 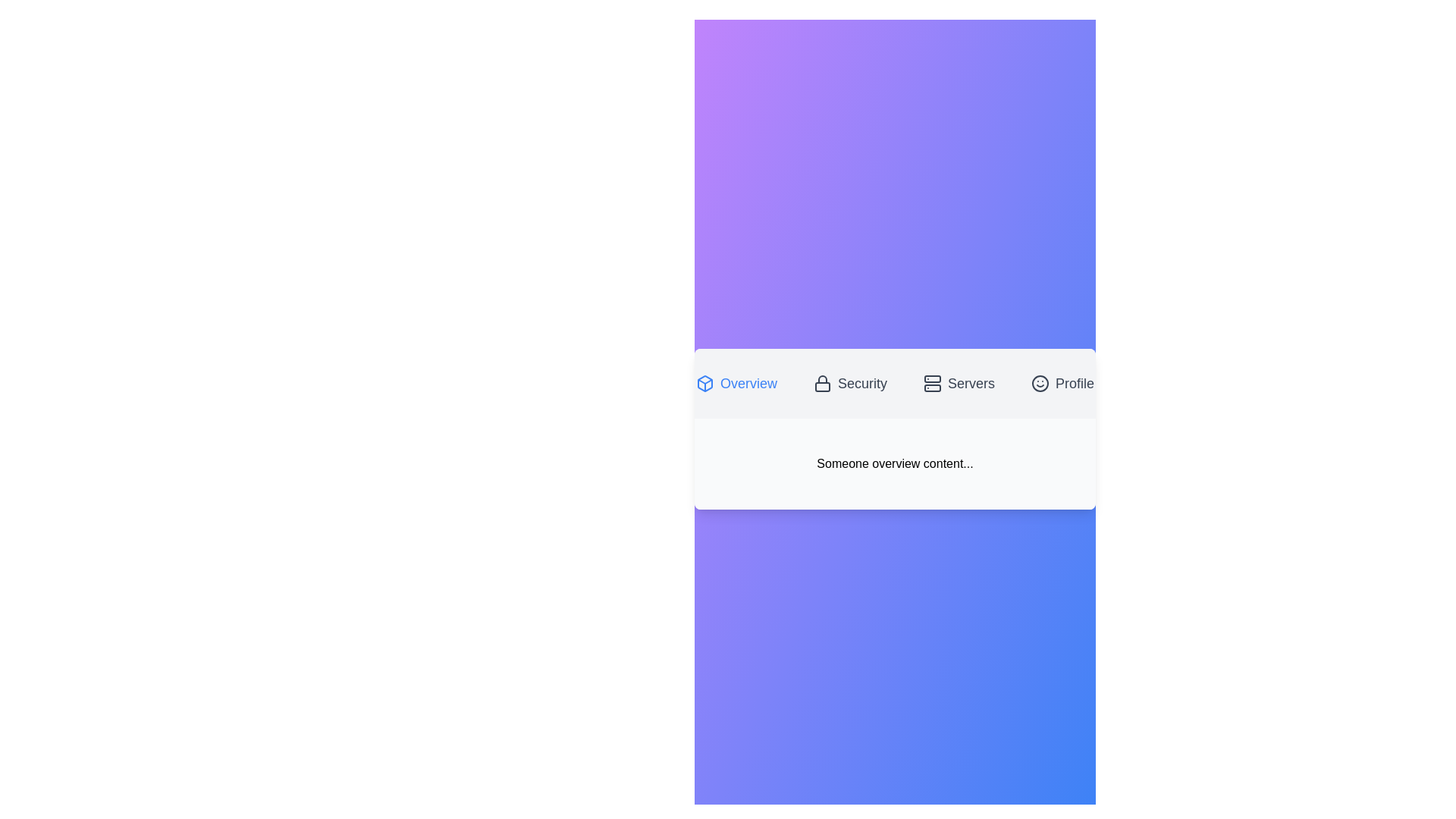 I want to click on the decorative icon in the 'Profile' menu section, located towards the far-right end, adjacent to the text label 'Profile', so click(x=1040, y=382).